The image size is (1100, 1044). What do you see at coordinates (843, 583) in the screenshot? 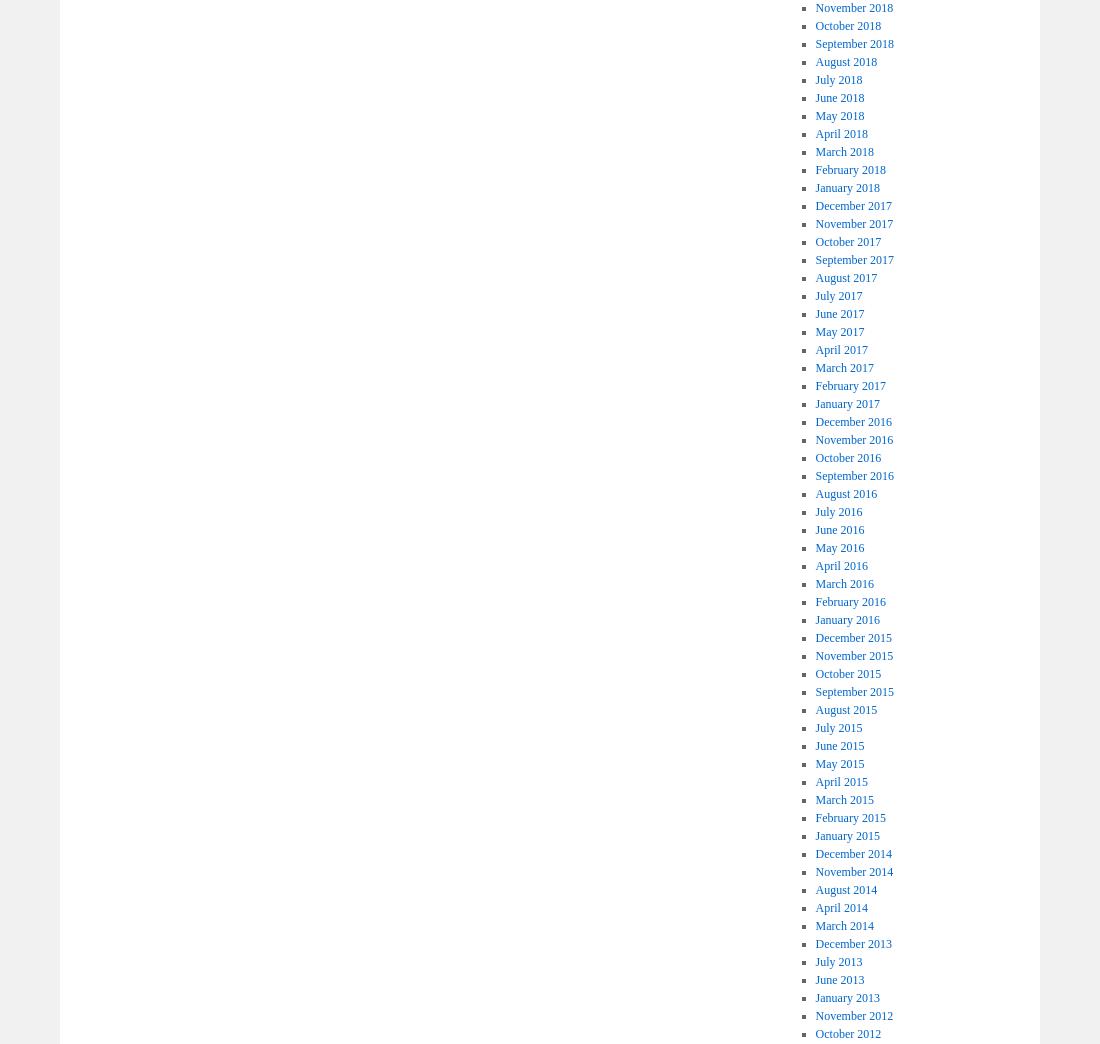
I see `'March 2016'` at bounding box center [843, 583].